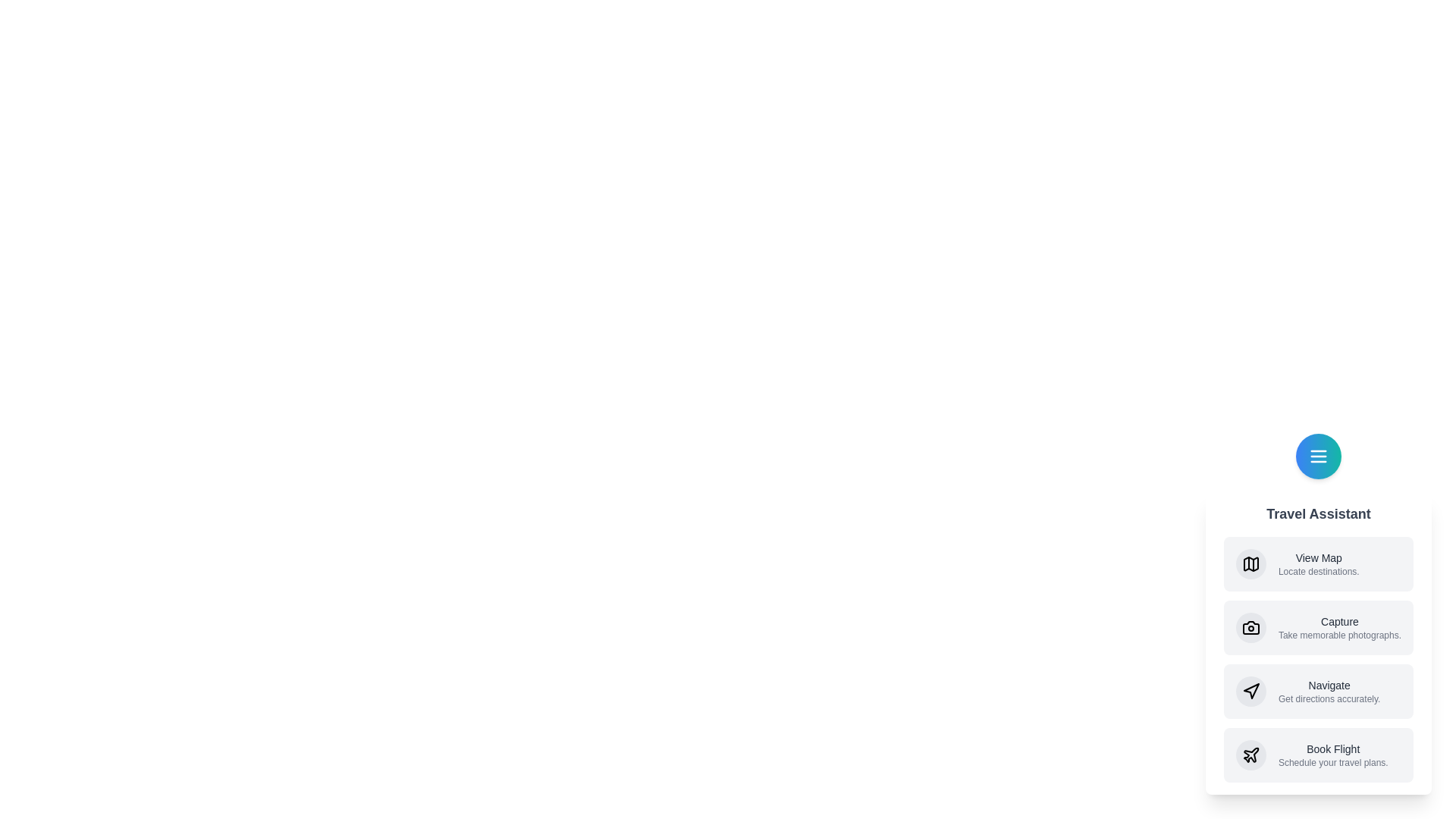  I want to click on the 'Capture' option in the Travel Assistant Speed Dial, so click(1317, 628).